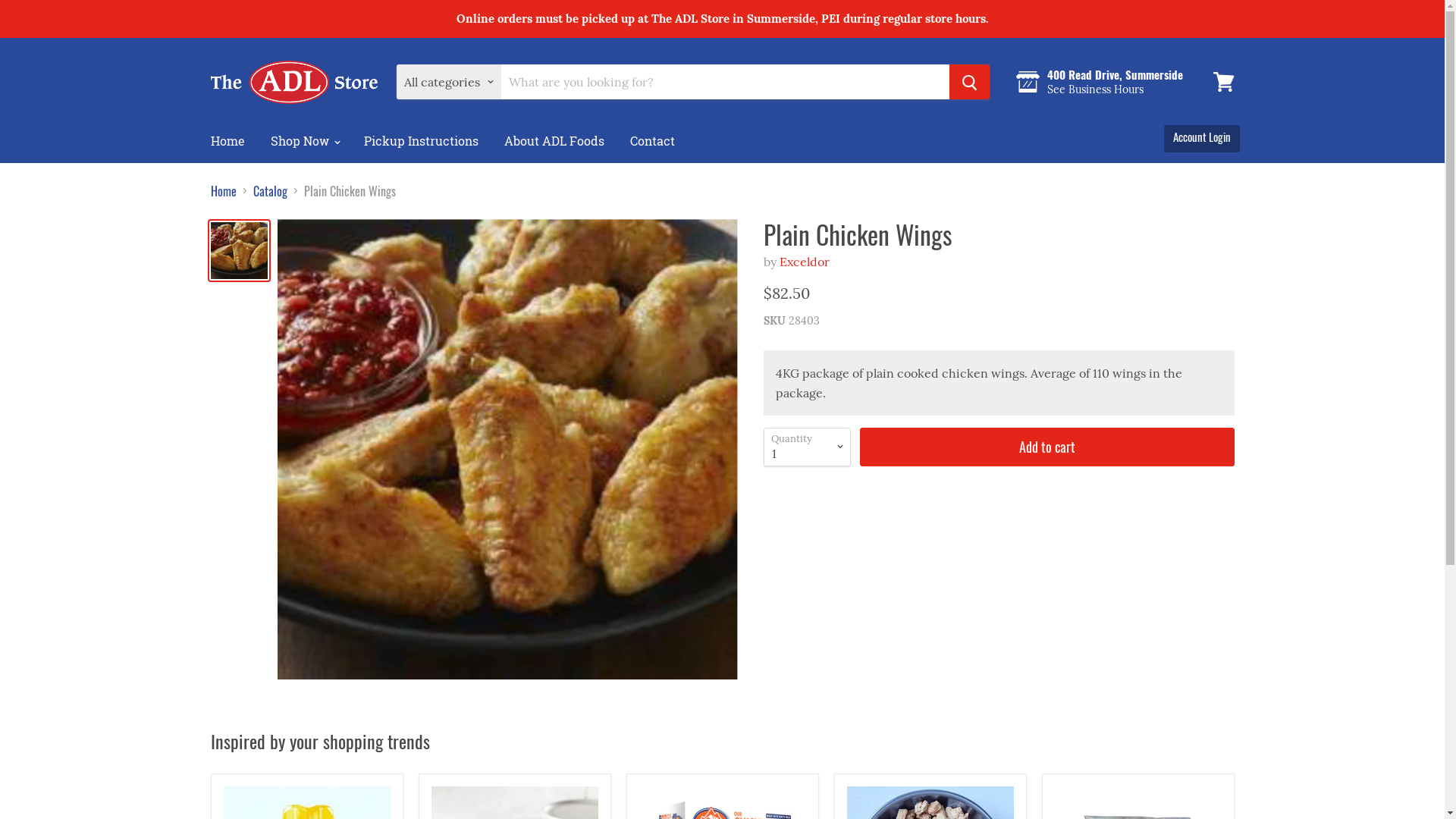 The width and height of the screenshot is (1456, 819). I want to click on 'Exceldor', so click(803, 260).